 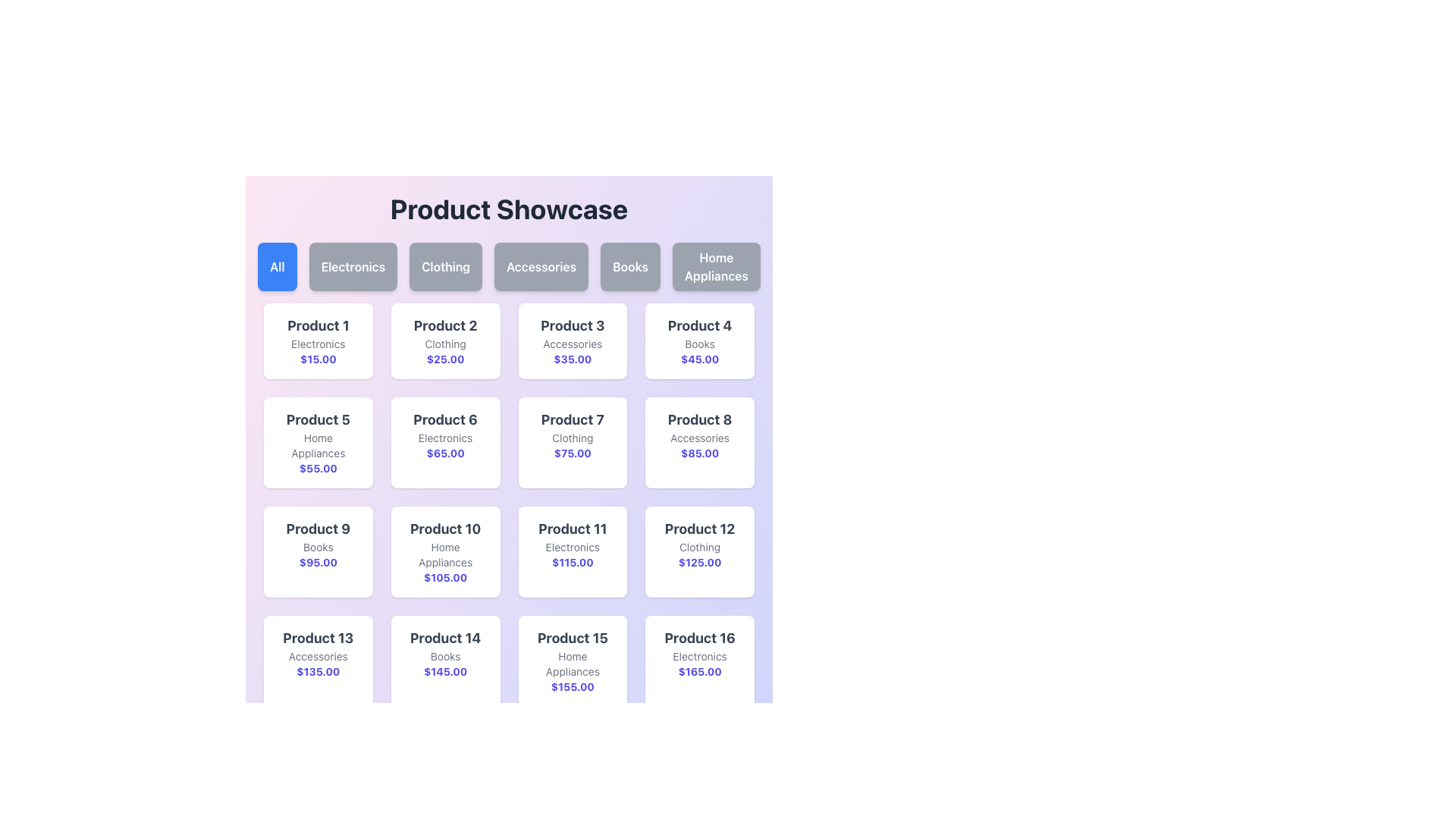 What do you see at coordinates (444, 341) in the screenshot?
I see `the product information card located in the second column of the first row, which displays details about a product including its name, category, and price` at bounding box center [444, 341].